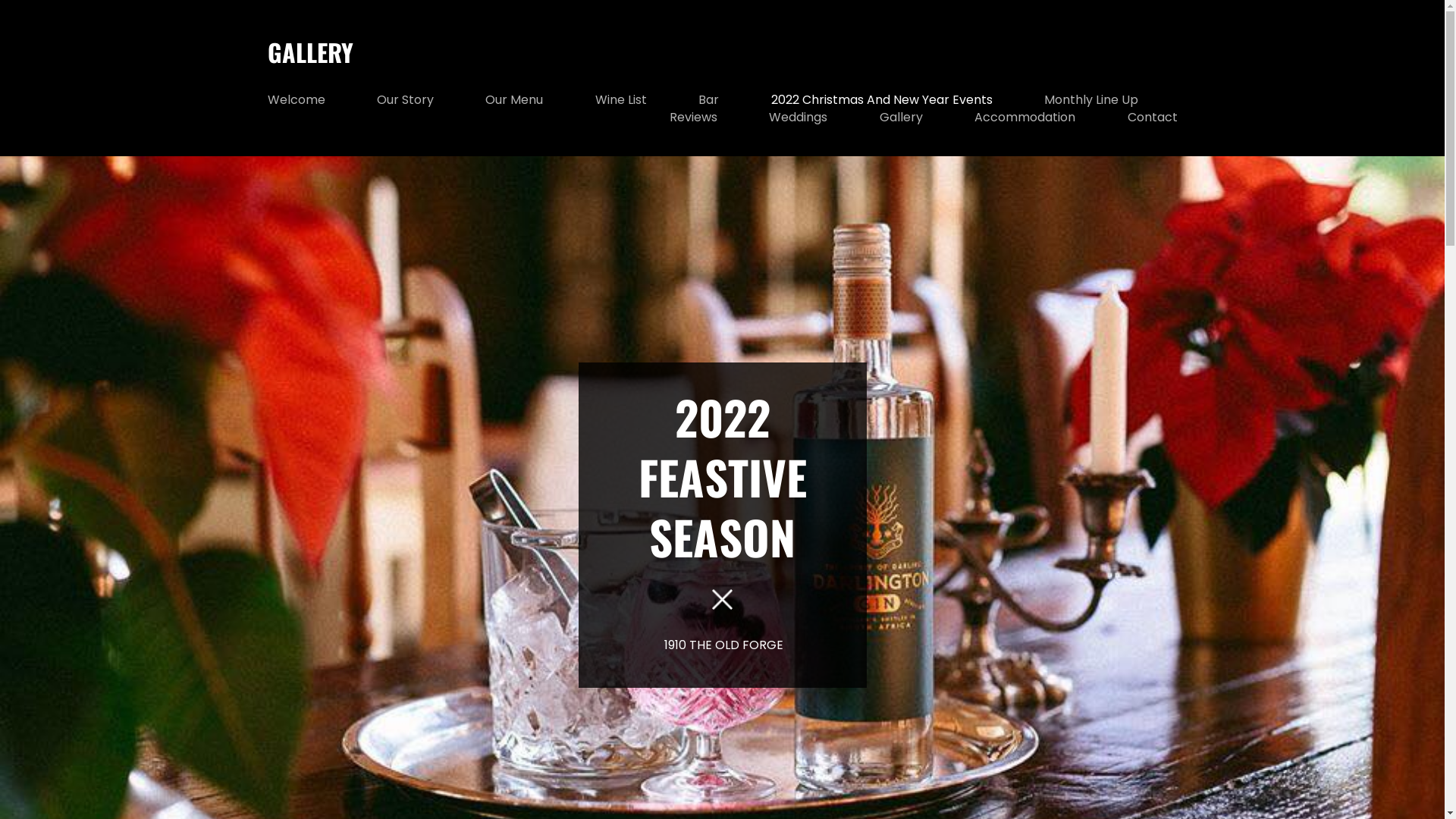  Describe the element at coordinates (1025, 116) in the screenshot. I see `'Accommodation'` at that location.